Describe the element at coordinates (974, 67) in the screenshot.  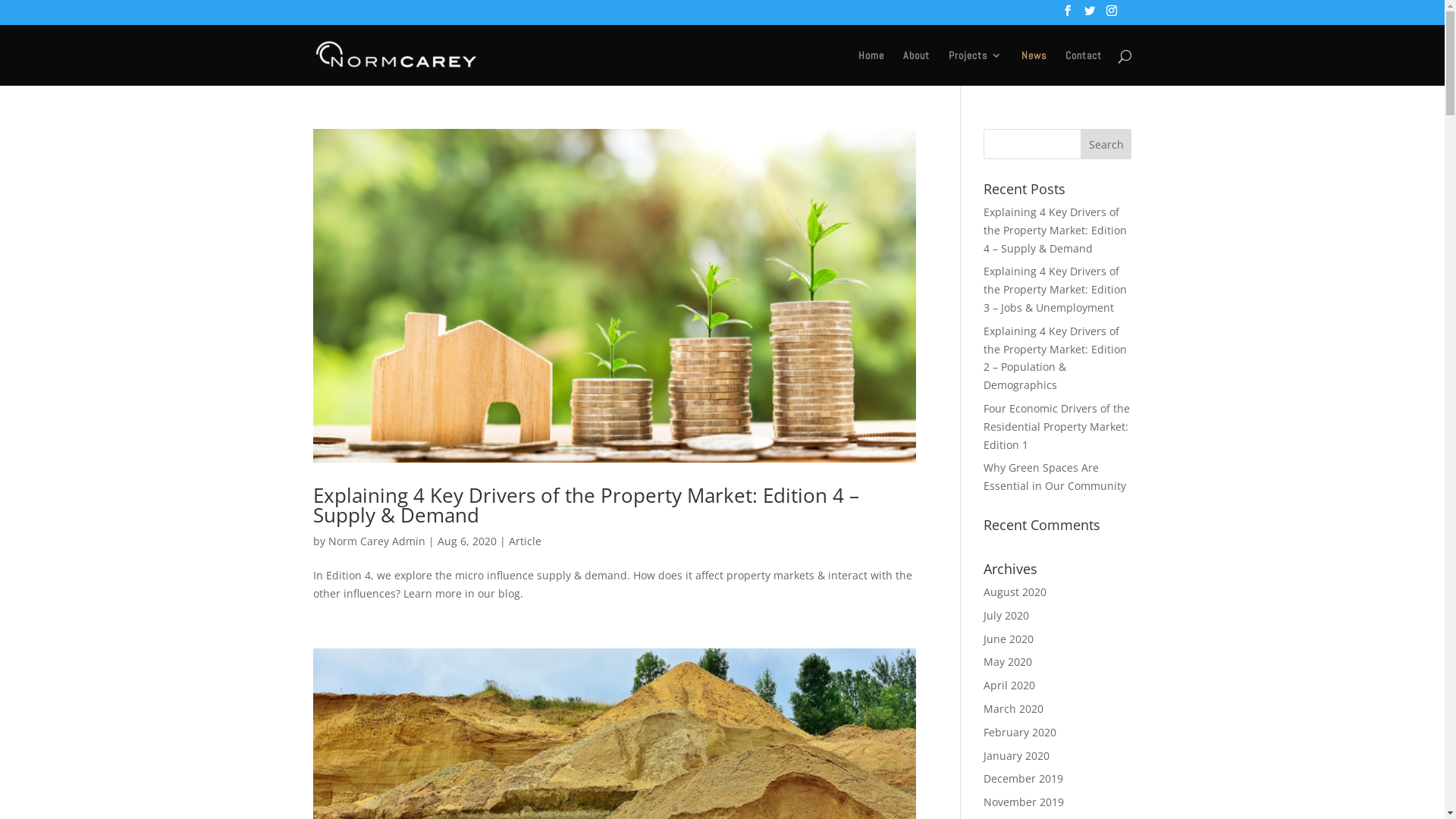
I see `'Projects'` at that location.